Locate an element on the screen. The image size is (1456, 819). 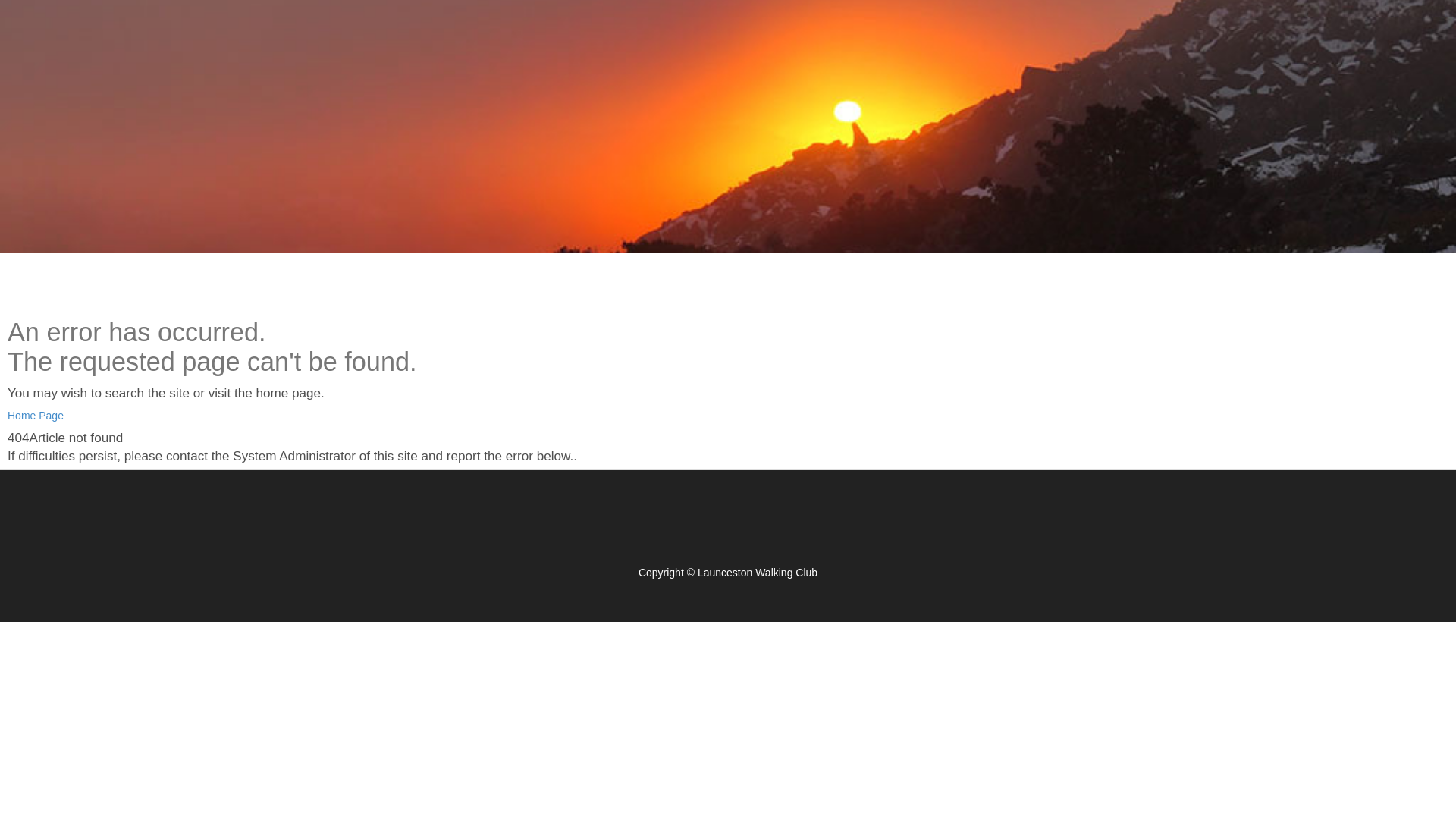
'Home Page' is located at coordinates (36, 415).